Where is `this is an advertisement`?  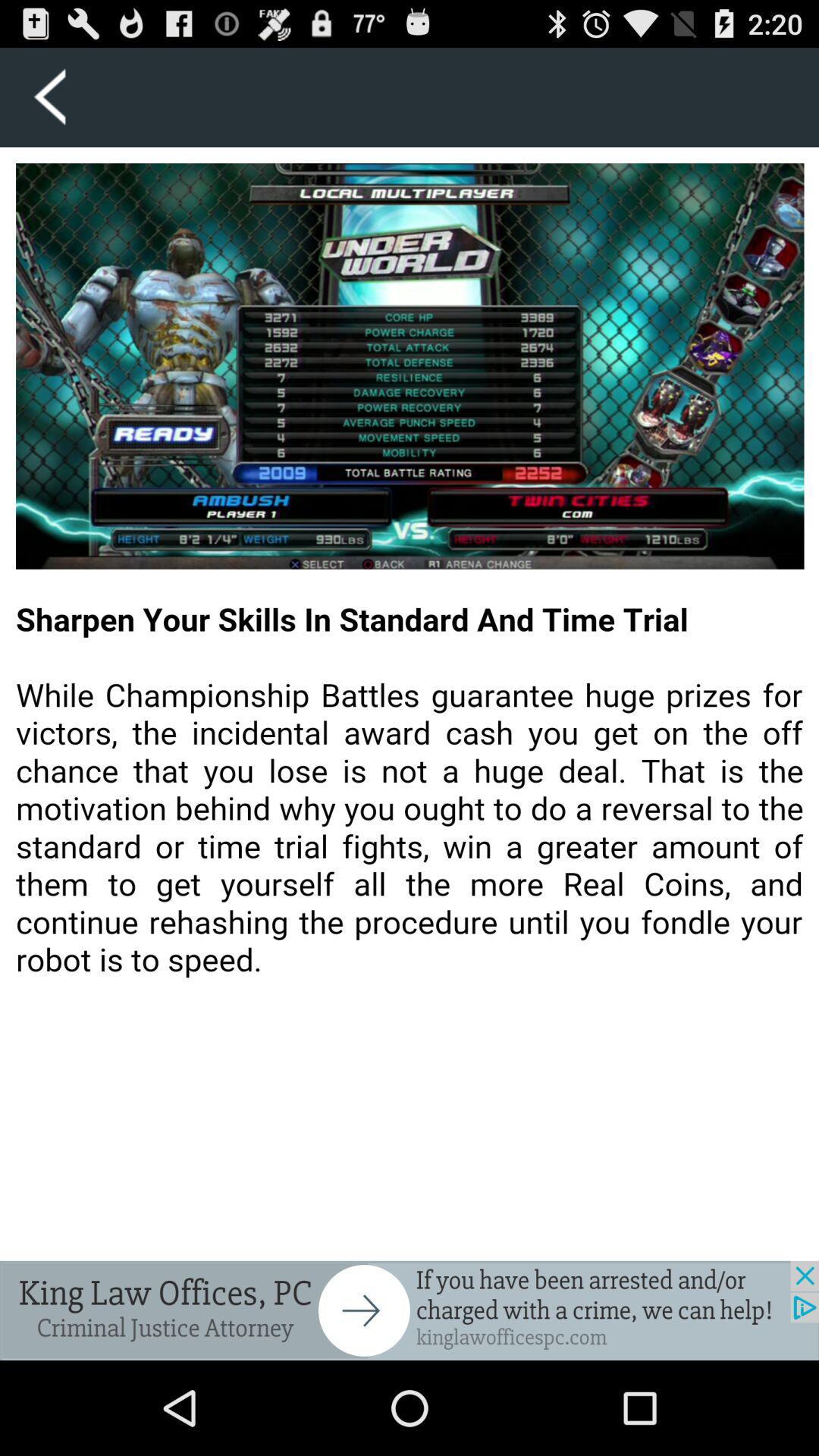 this is an advertisement is located at coordinates (409, 1310).